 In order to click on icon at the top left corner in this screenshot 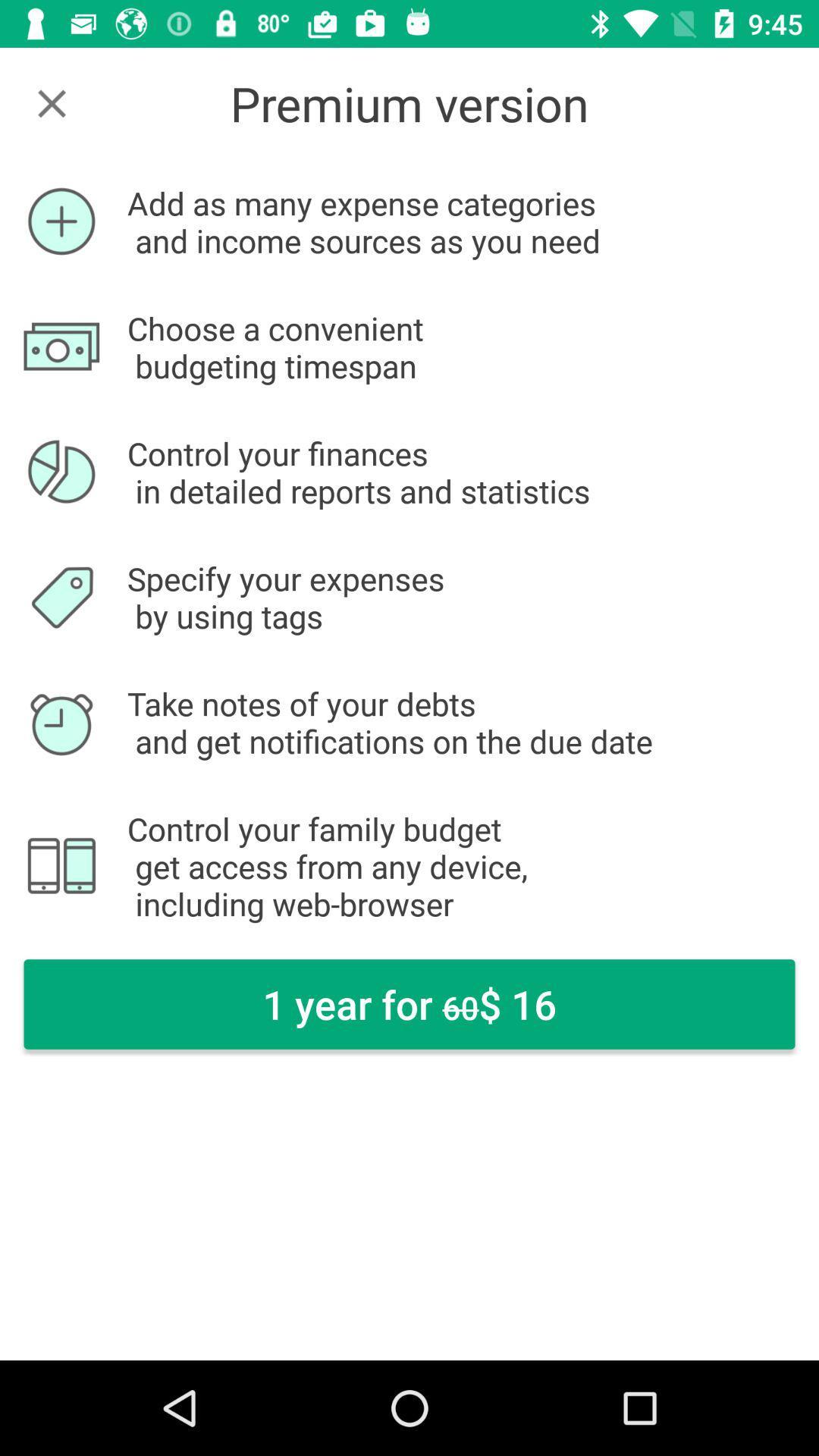, I will do `click(51, 102)`.